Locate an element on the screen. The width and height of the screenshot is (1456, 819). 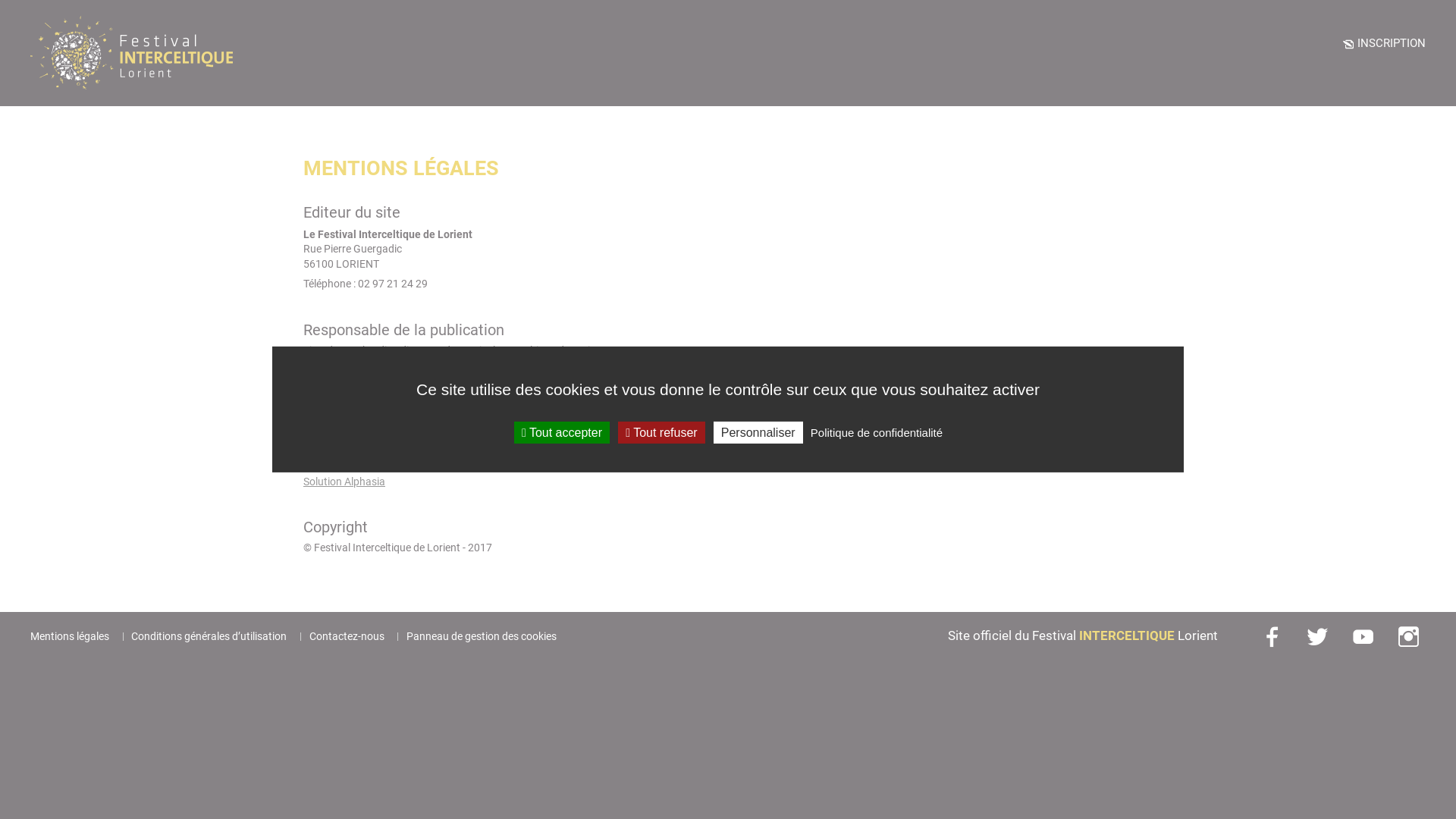
'Panneau de gestion des cookies' is located at coordinates (480, 636).